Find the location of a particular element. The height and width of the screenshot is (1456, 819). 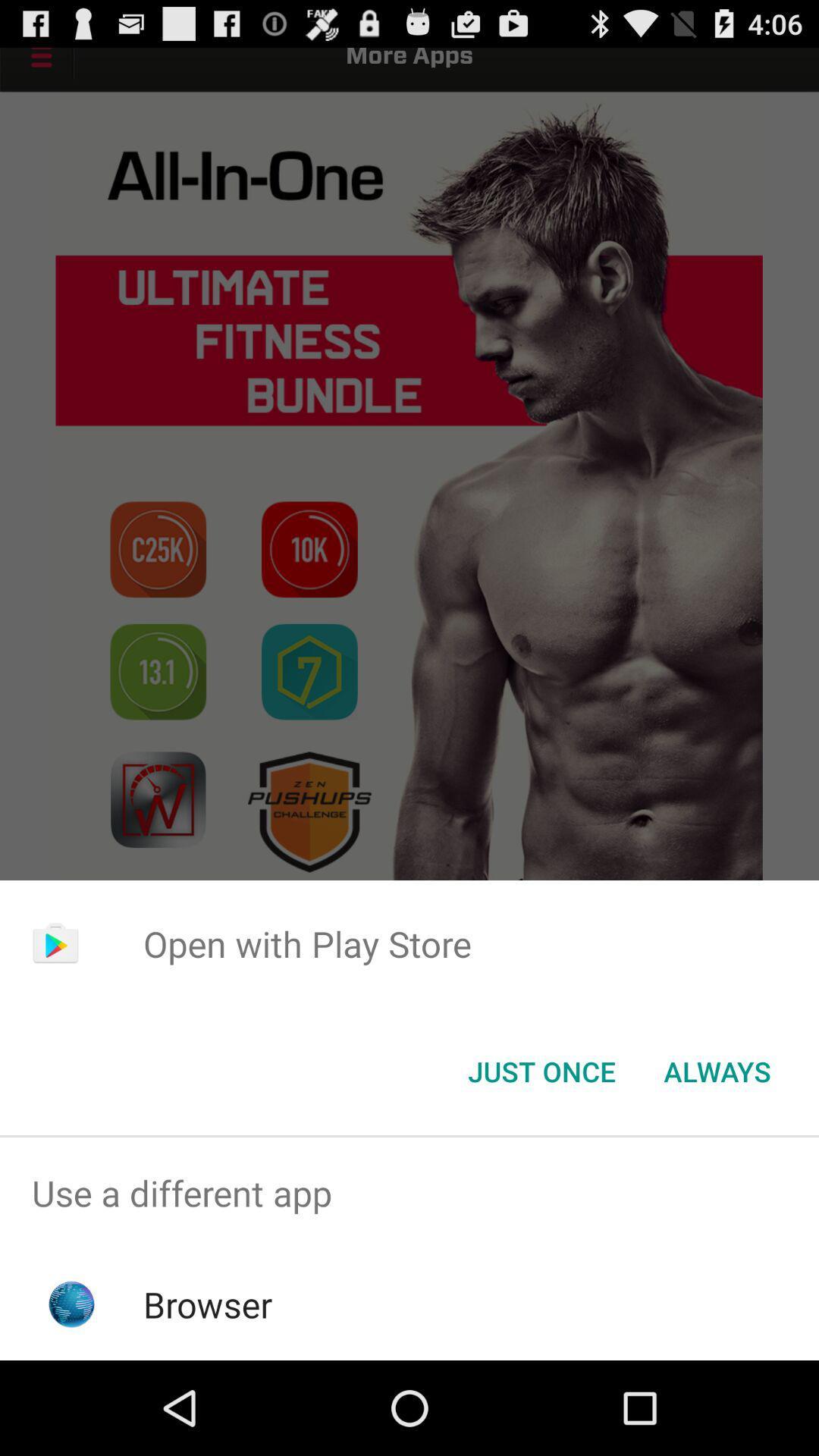

button to the right of the just once icon is located at coordinates (717, 1070).